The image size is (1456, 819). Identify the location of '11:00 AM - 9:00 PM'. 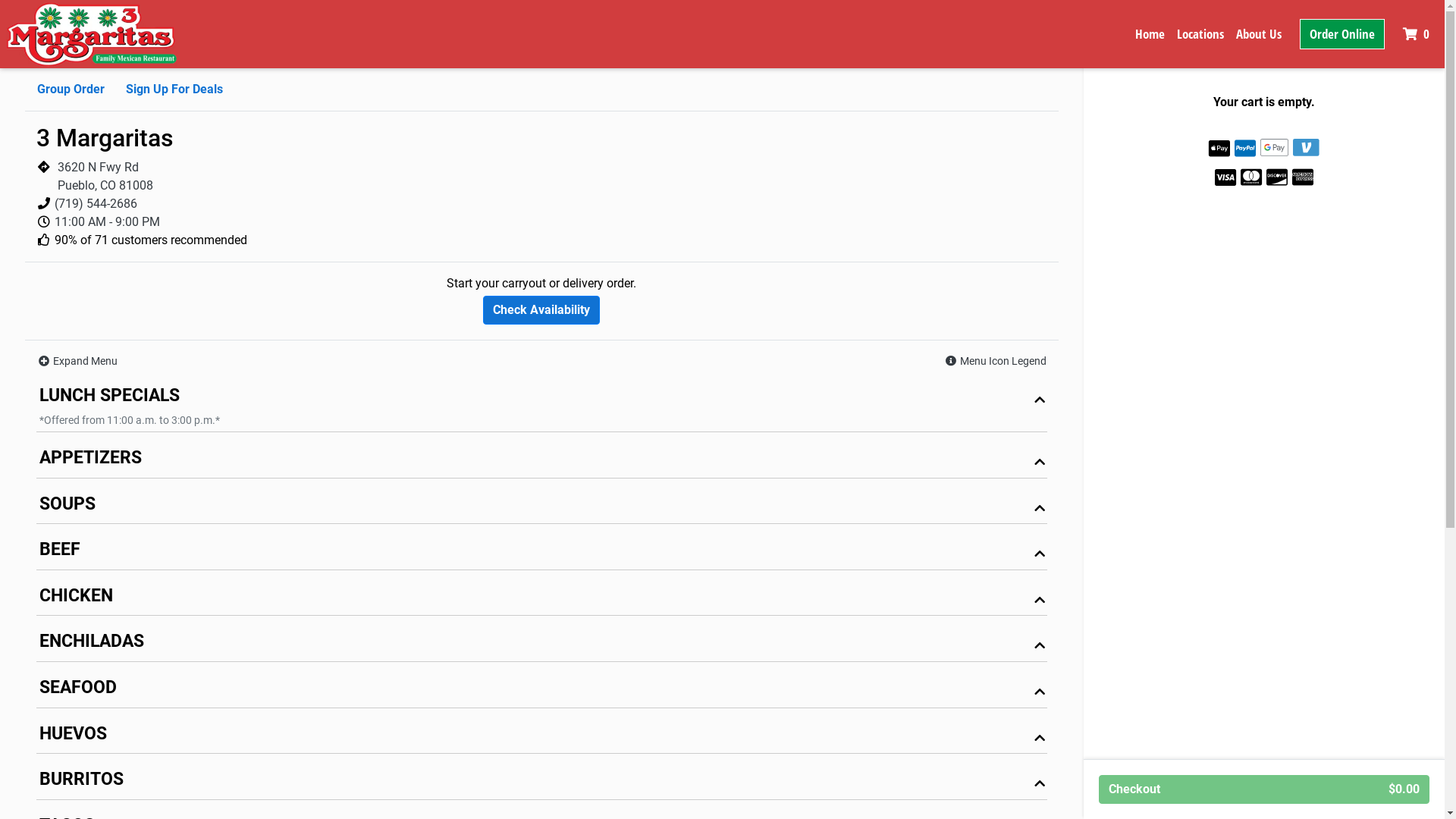
(106, 221).